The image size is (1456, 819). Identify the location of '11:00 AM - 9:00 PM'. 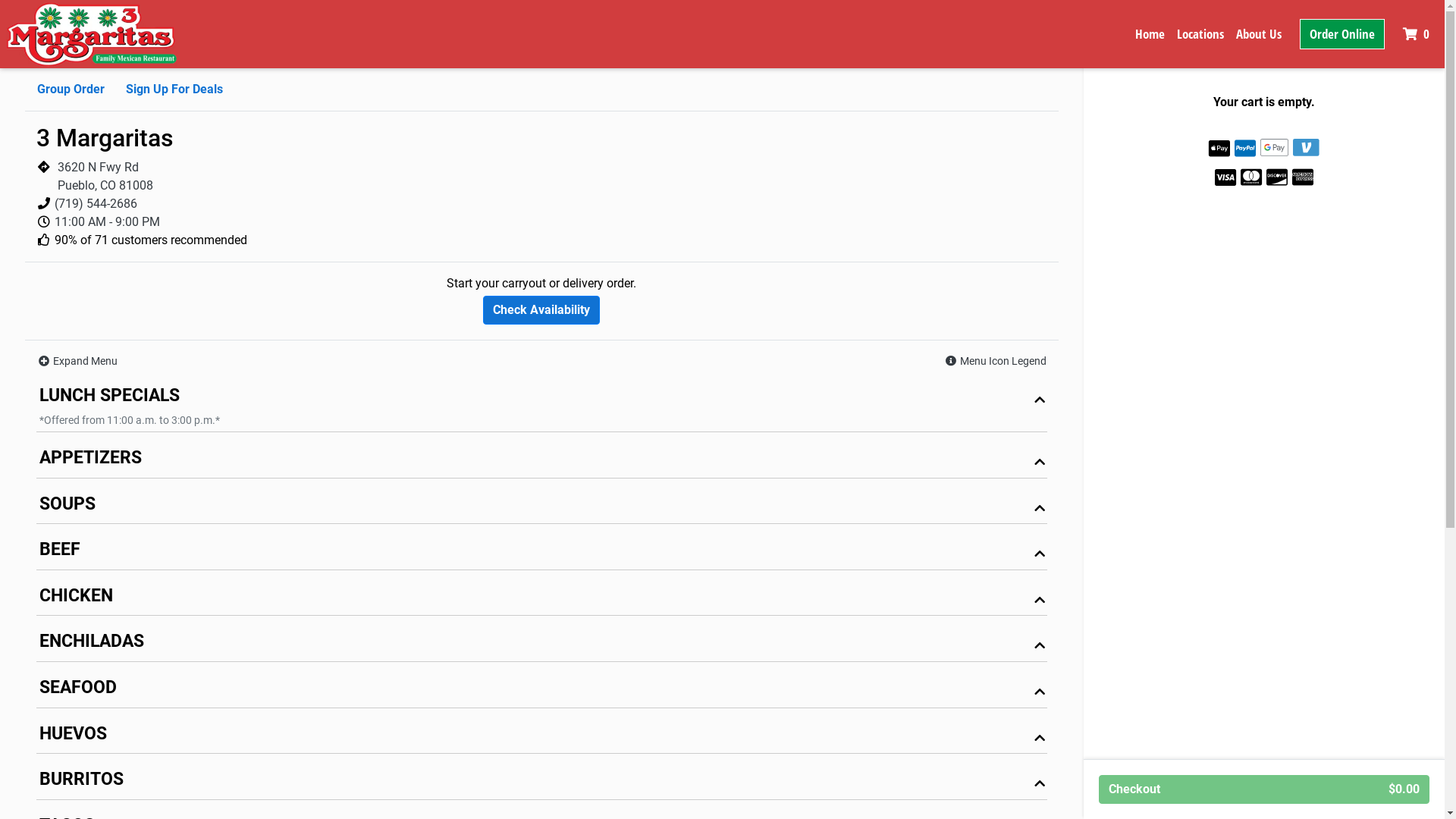
(106, 221).